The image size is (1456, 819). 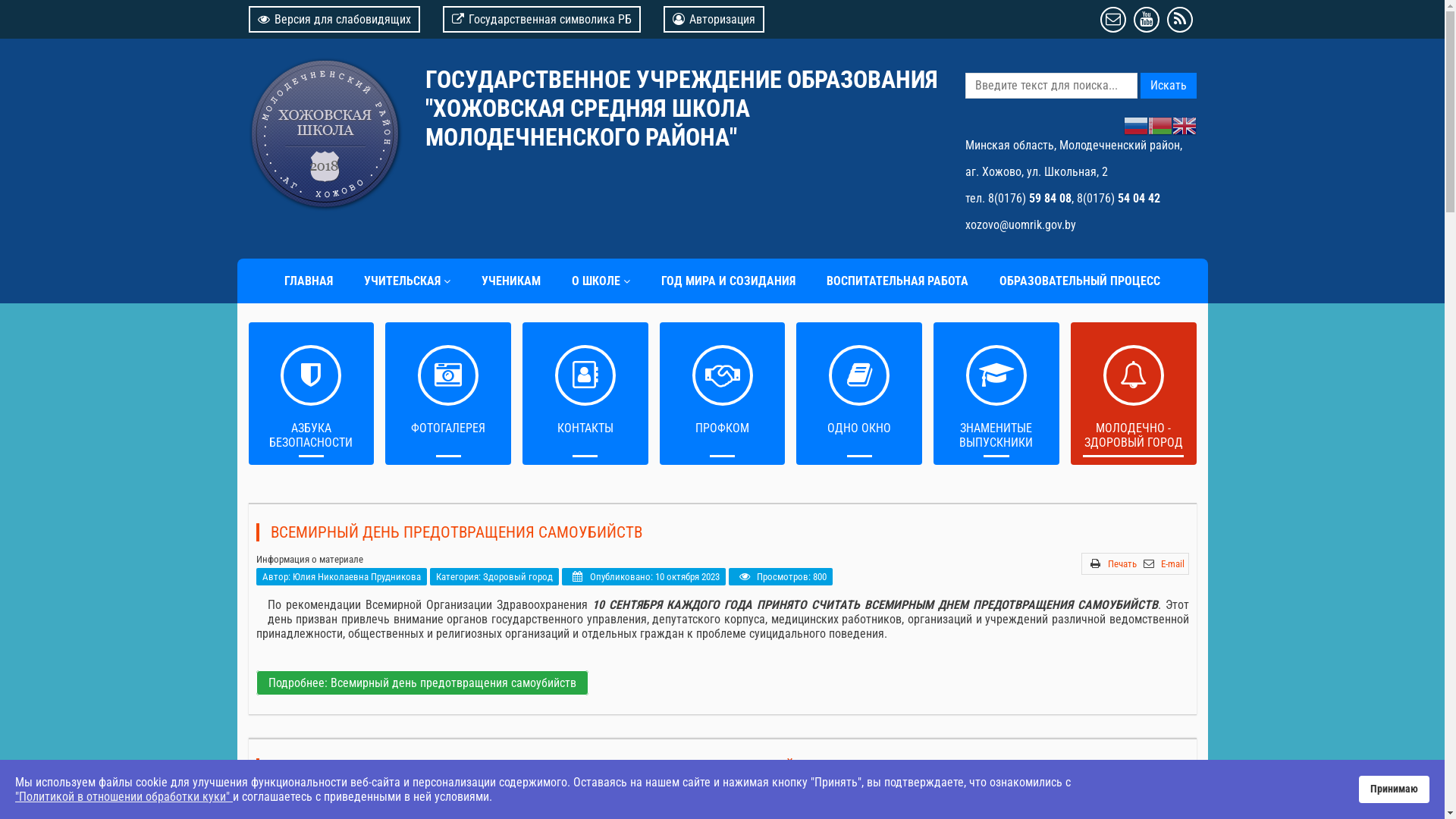 What do you see at coordinates (1118, 197) in the screenshot?
I see `'8(0176) 54 04 42'` at bounding box center [1118, 197].